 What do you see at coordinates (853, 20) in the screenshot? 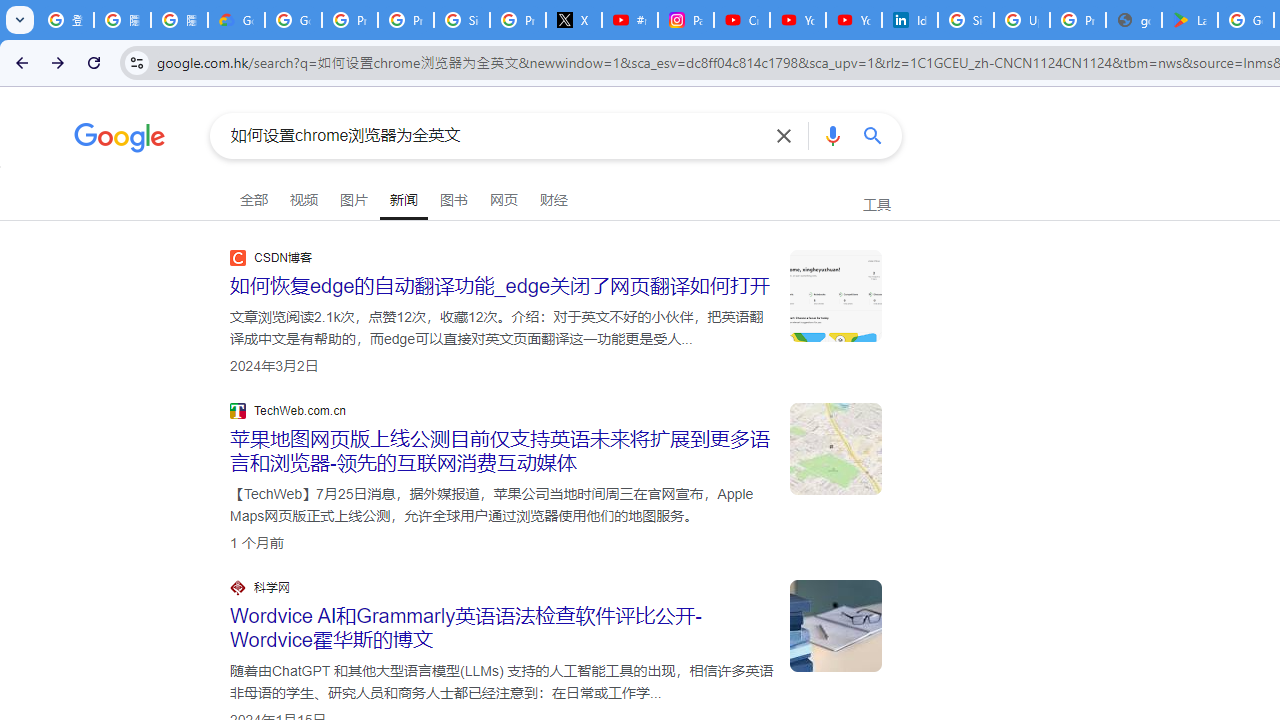
I see `'YouTube Culture & Trends - YouTube Top 10, 2021'` at bounding box center [853, 20].